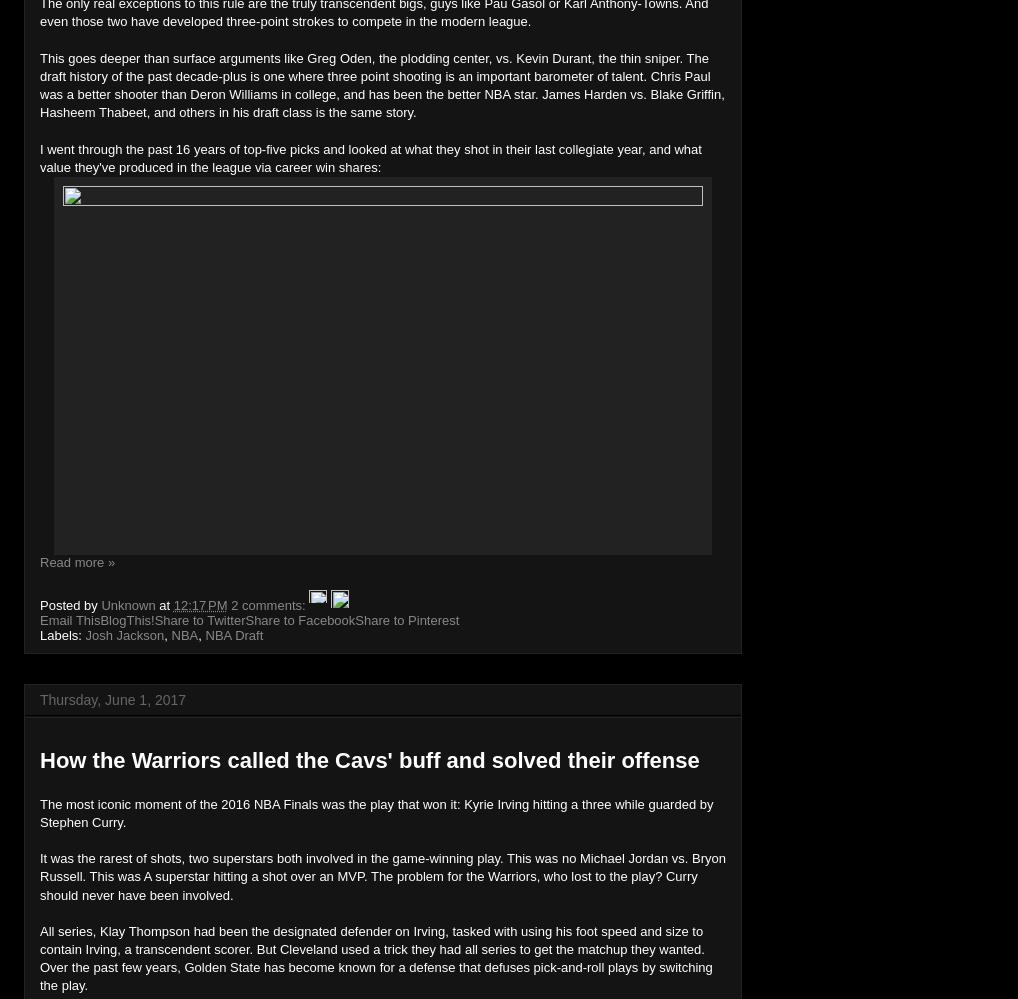 The width and height of the screenshot is (1018, 999). I want to click on 'Share to Facebook', so click(300, 618).